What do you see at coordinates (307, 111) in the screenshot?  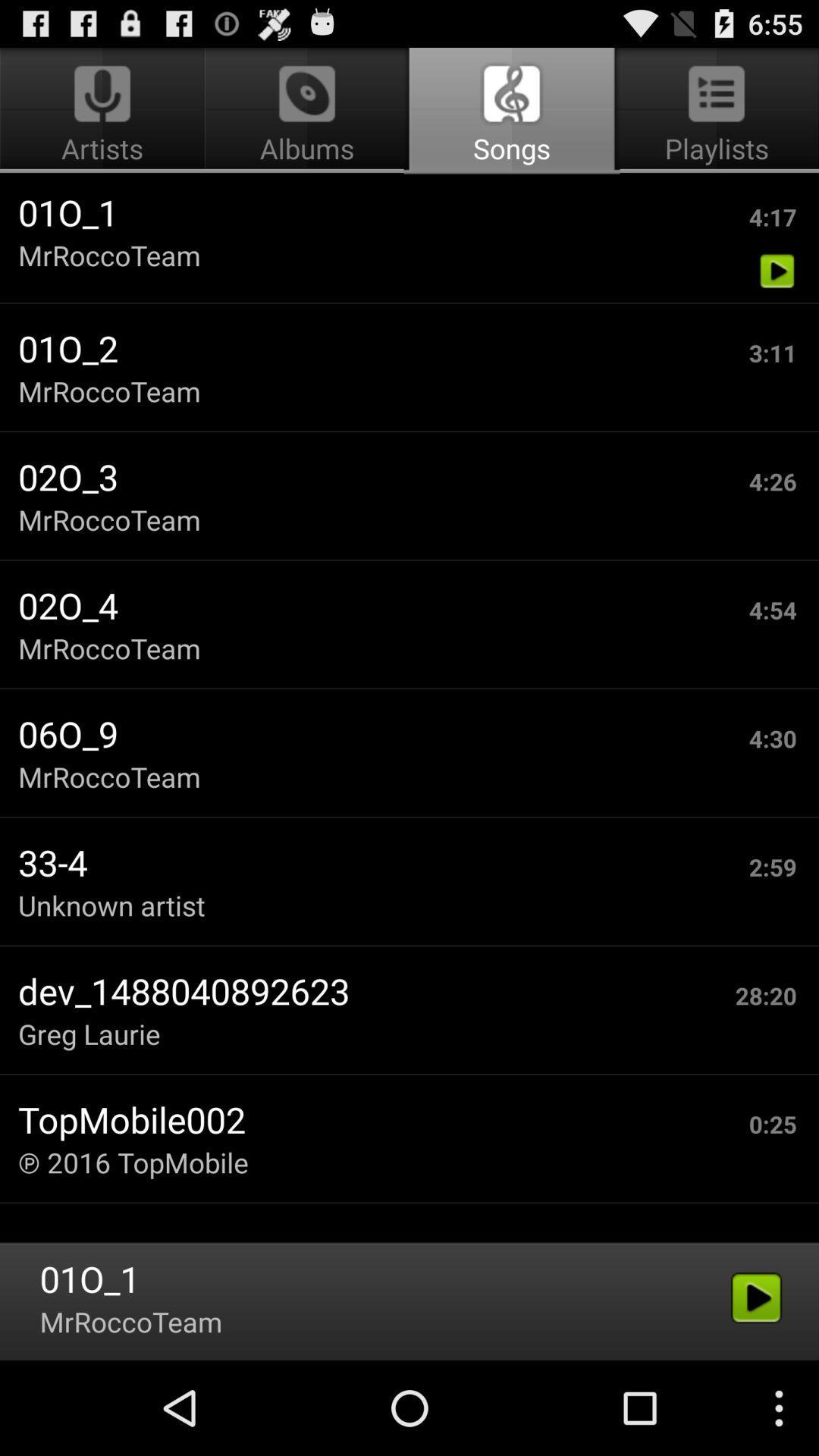 I see `the albums icon` at bounding box center [307, 111].